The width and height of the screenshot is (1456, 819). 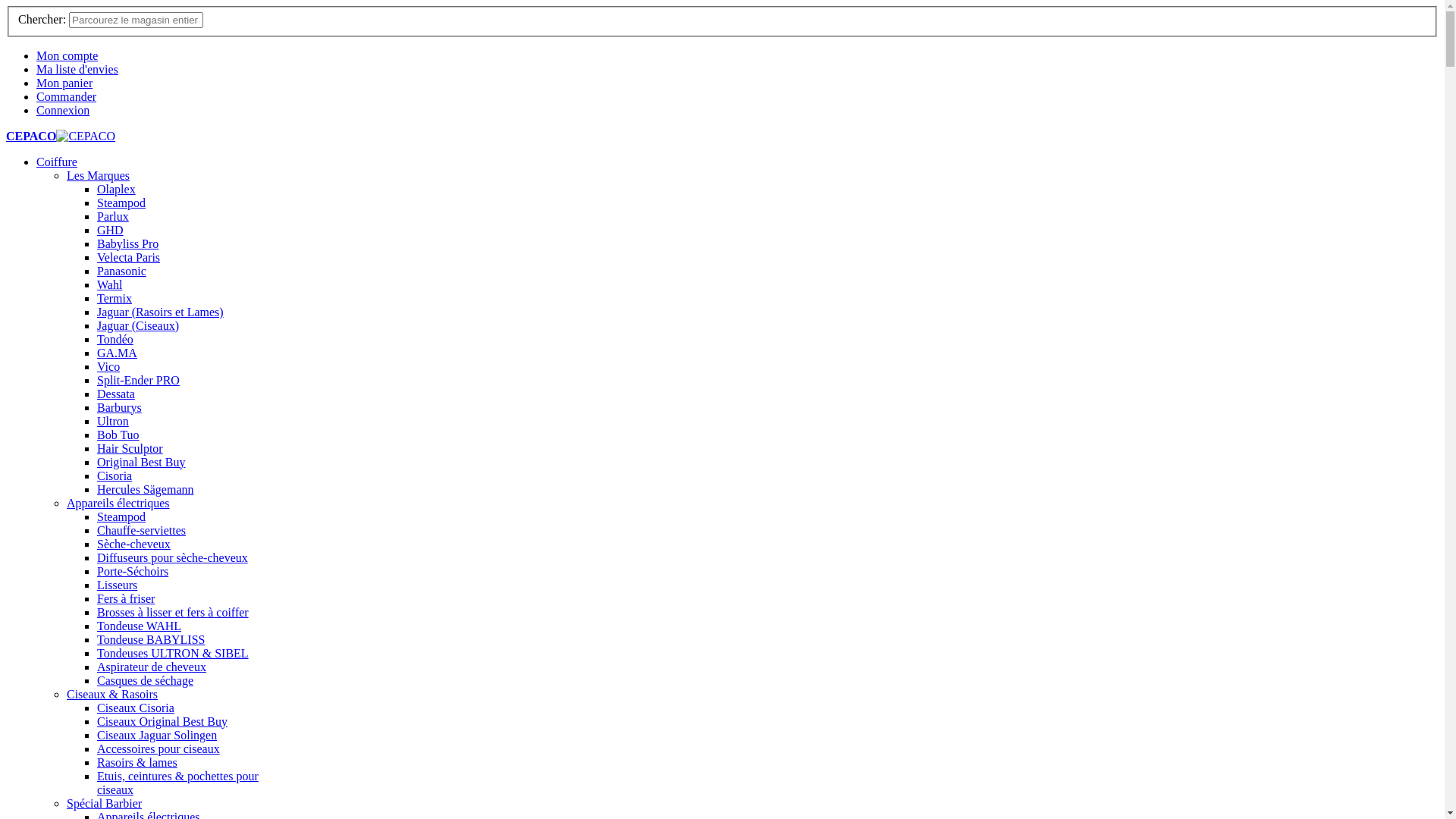 I want to click on 'Ciseaux Jaguar Solingen', so click(x=156, y=734).